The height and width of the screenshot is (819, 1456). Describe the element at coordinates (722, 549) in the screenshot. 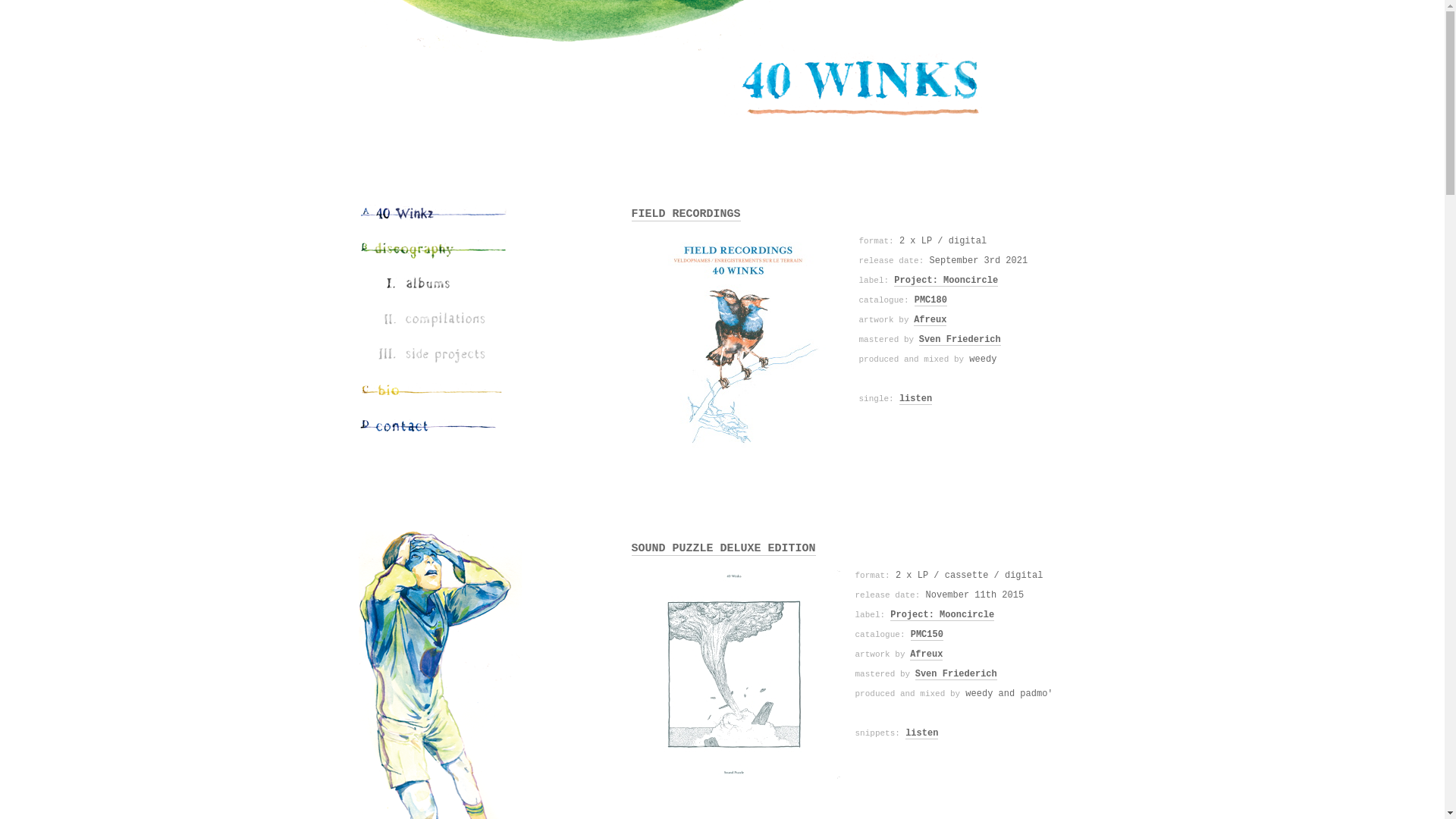

I see `'SOUND PUZZLE DELUXE EDITION'` at that location.